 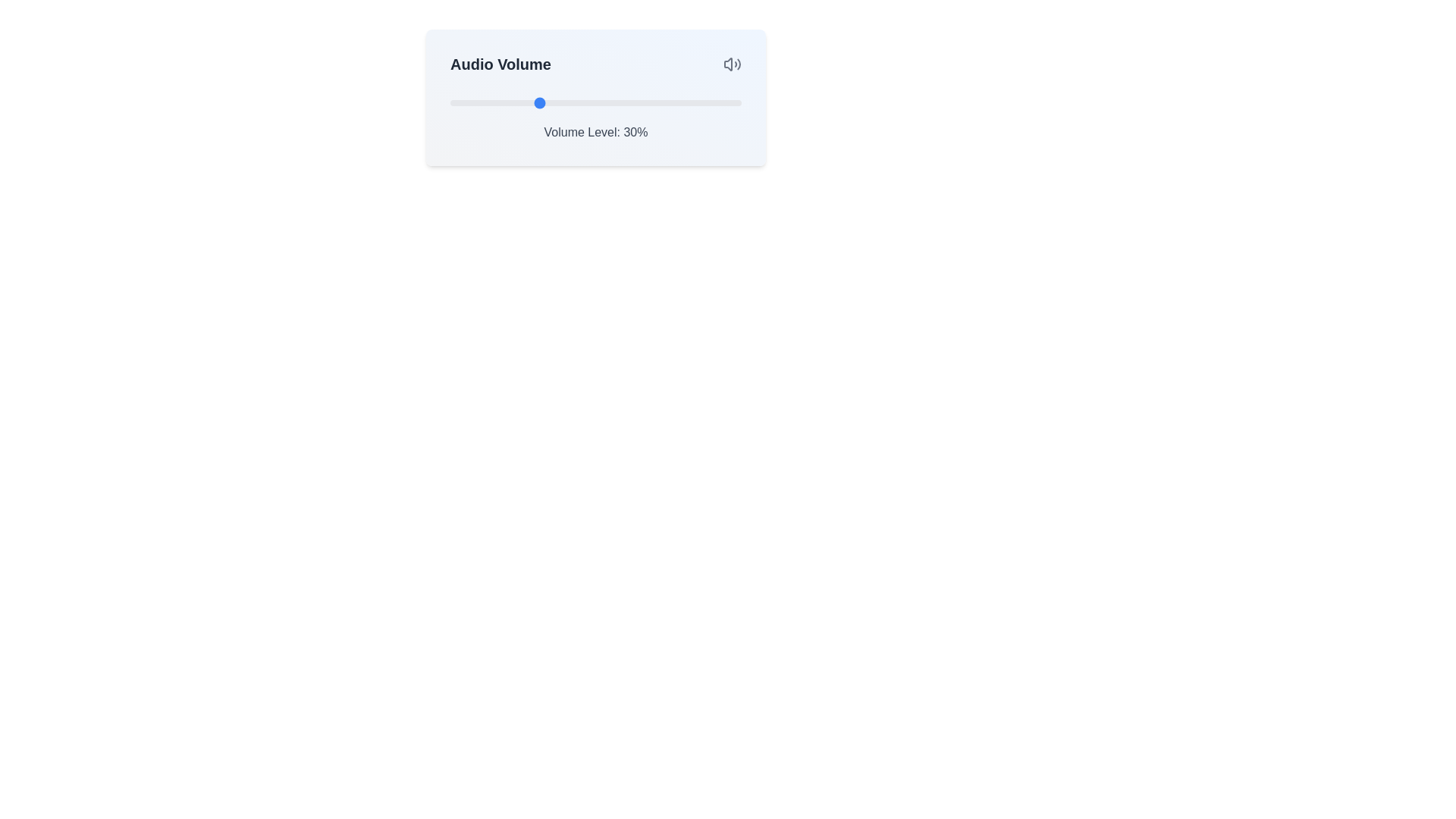 What do you see at coordinates (654, 102) in the screenshot?
I see `the volume level` at bounding box center [654, 102].